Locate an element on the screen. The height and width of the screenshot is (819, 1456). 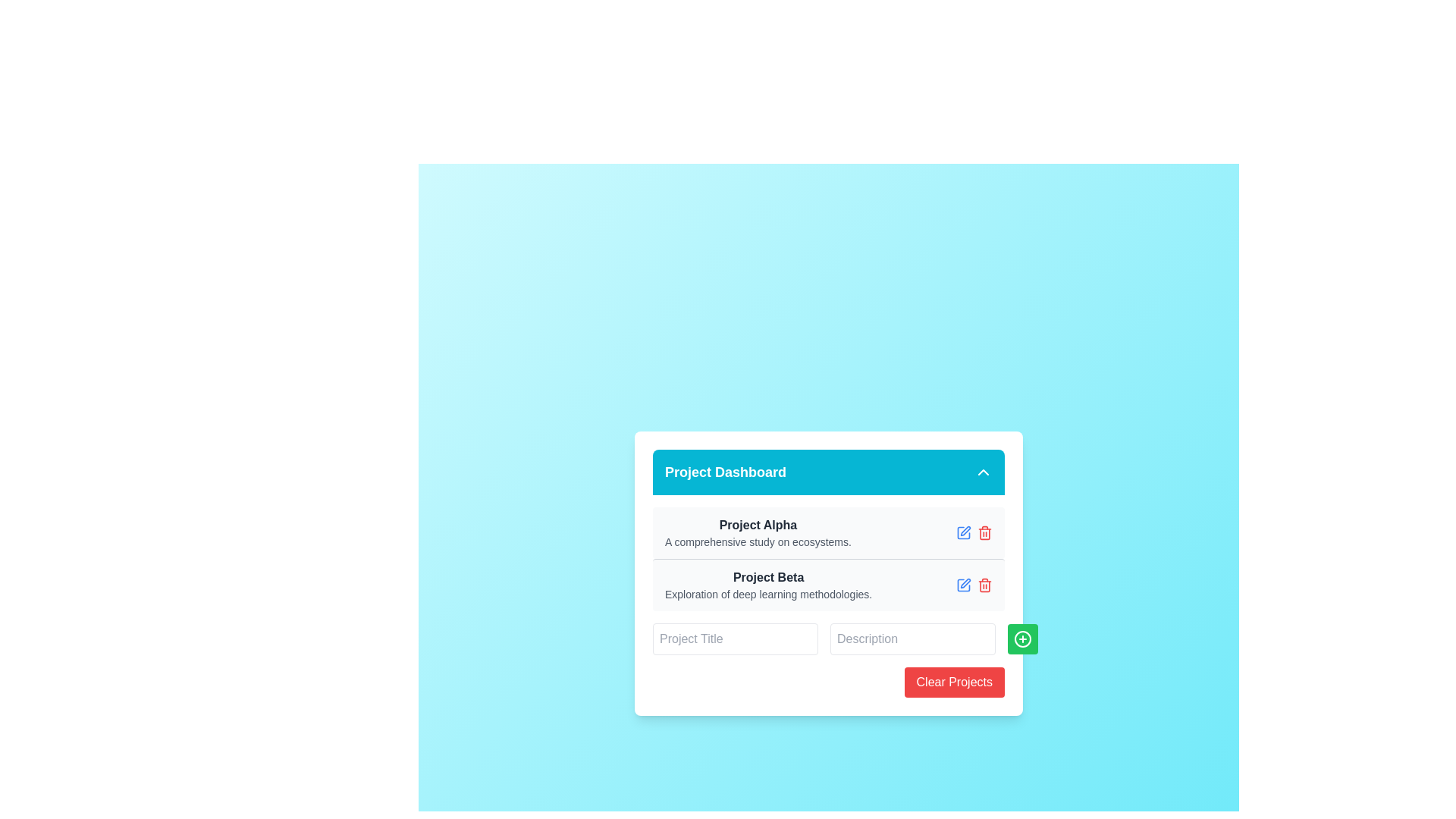
the green rounded button located at the bottom-right corner of the inner card interface, which features a plus sign icon is located at coordinates (1022, 639).